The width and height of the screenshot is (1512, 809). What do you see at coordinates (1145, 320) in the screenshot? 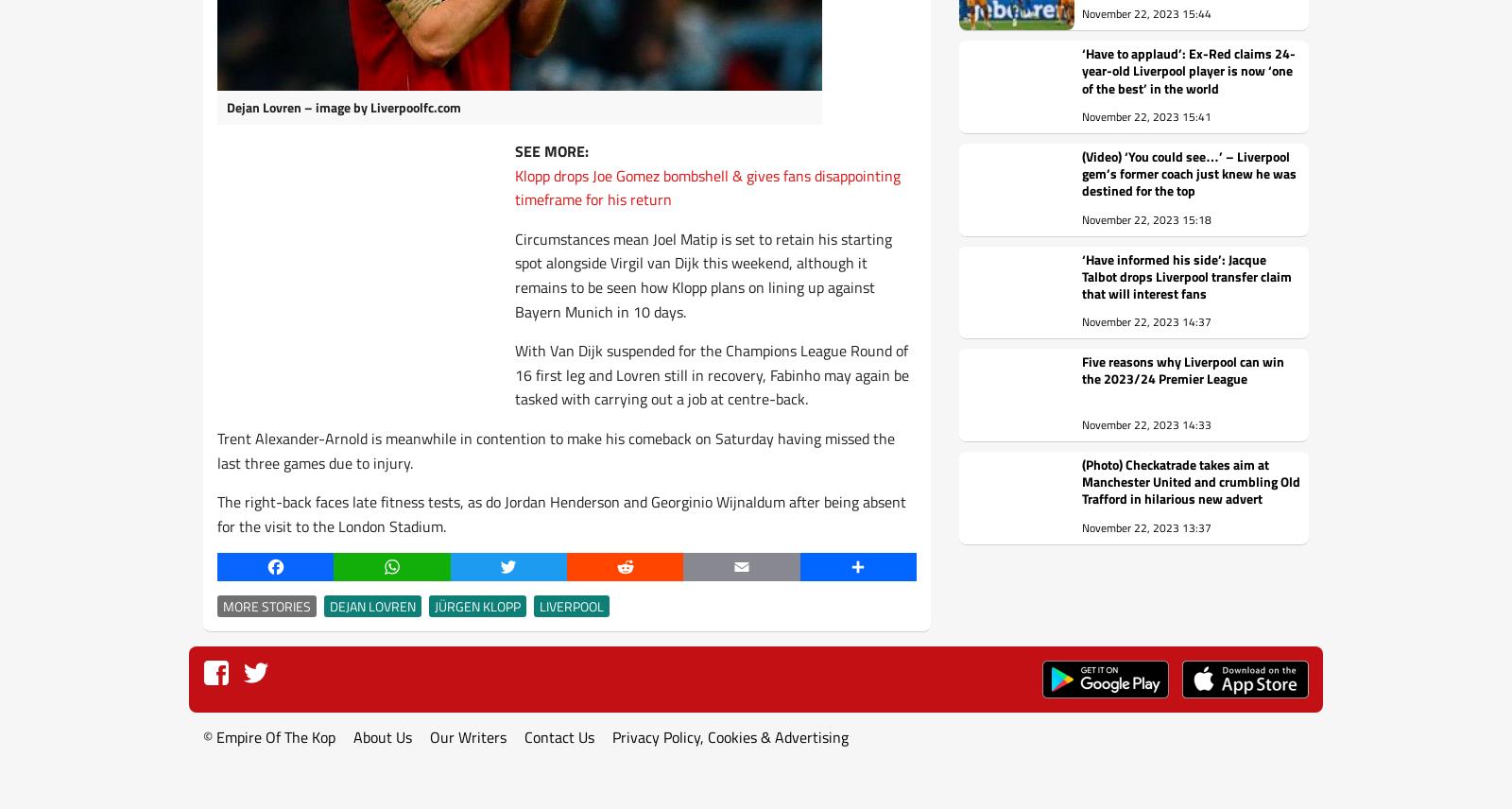
I see `'November 22, 2023 14:37'` at bounding box center [1145, 320].